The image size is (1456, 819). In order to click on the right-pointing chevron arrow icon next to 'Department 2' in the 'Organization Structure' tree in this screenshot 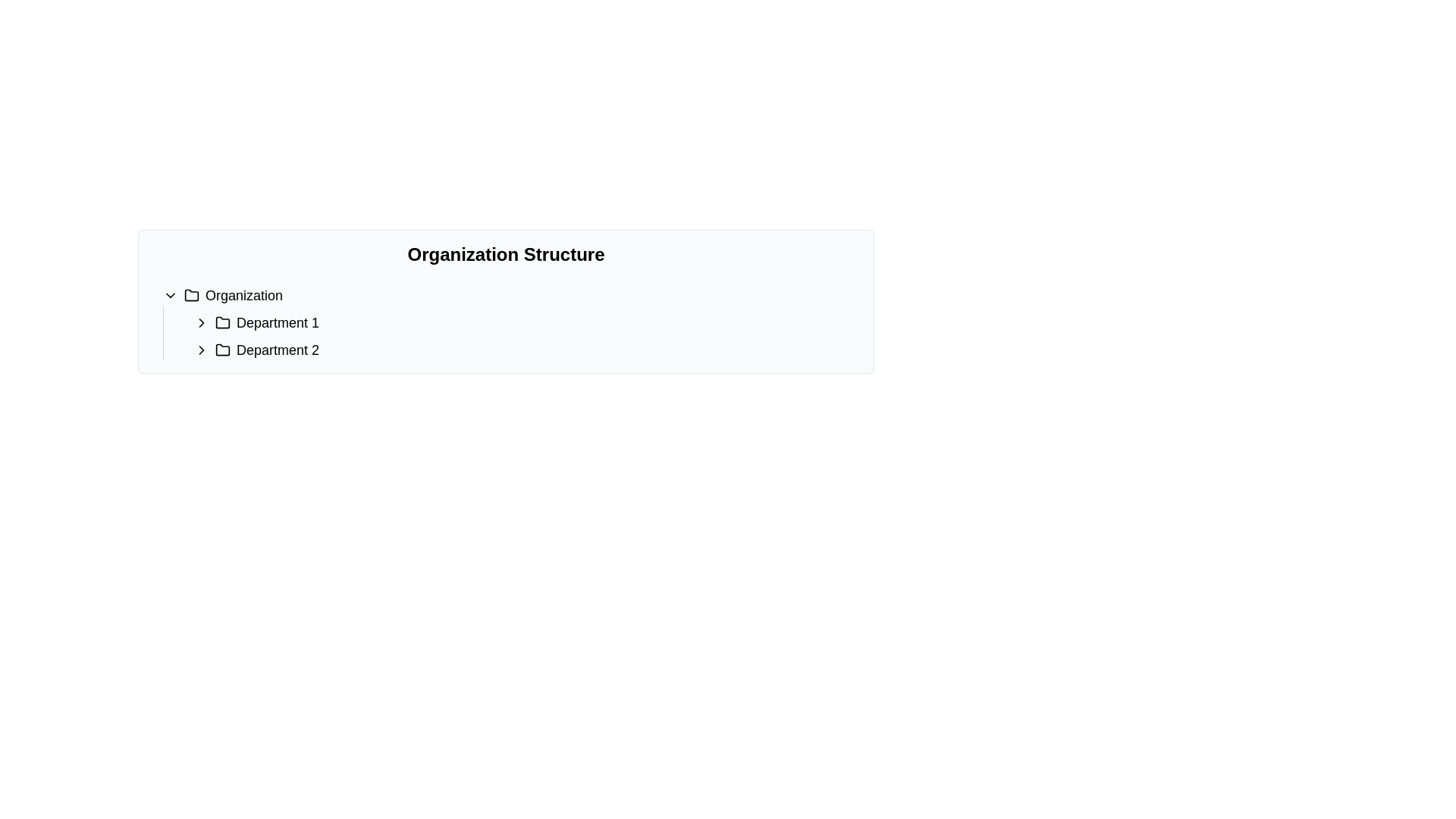, I will do `click(200, 350)`.